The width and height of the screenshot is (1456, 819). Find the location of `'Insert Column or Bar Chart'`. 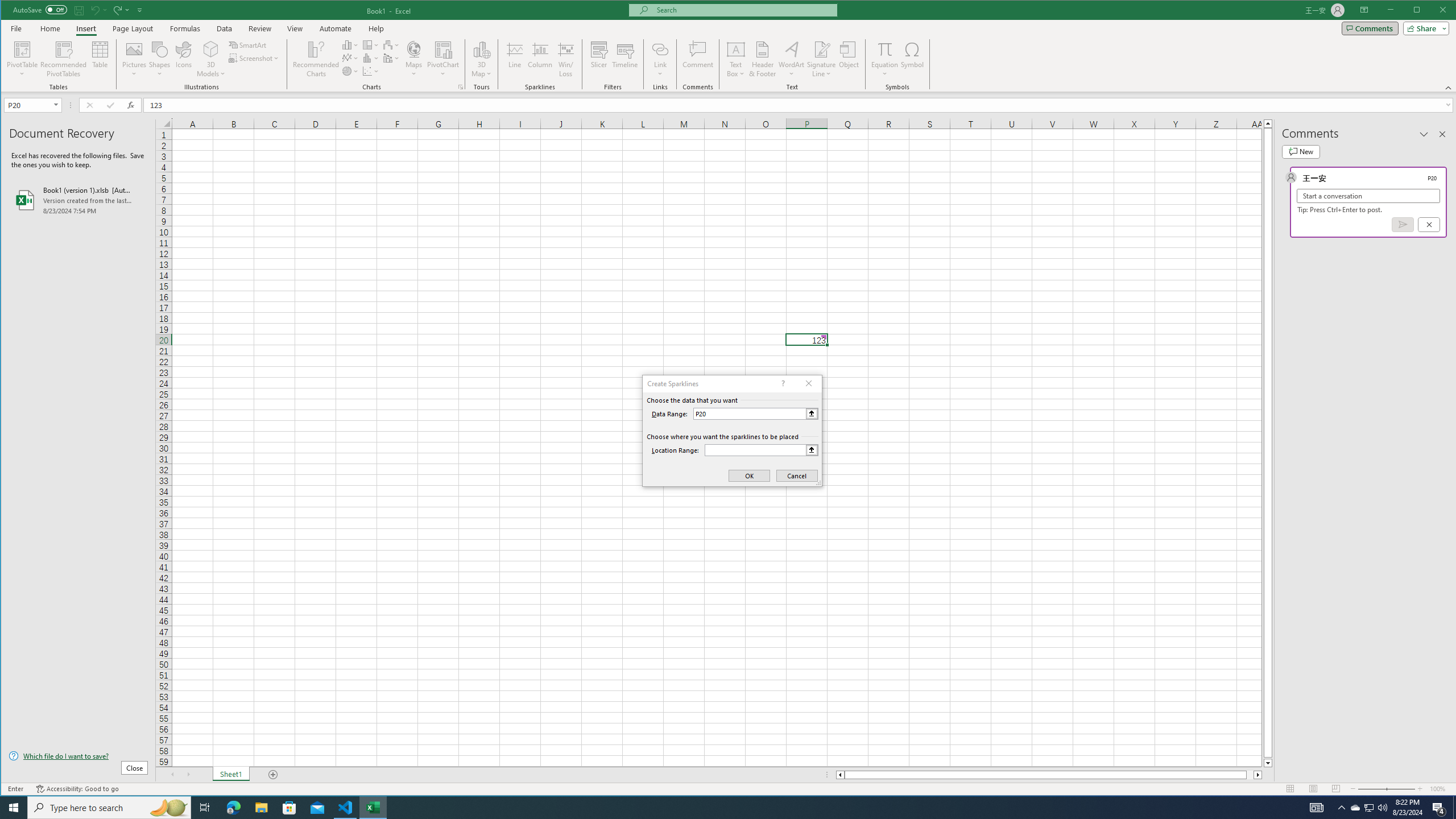

'Insert Column or Bar Chart' is located at coordinates (350, 44).